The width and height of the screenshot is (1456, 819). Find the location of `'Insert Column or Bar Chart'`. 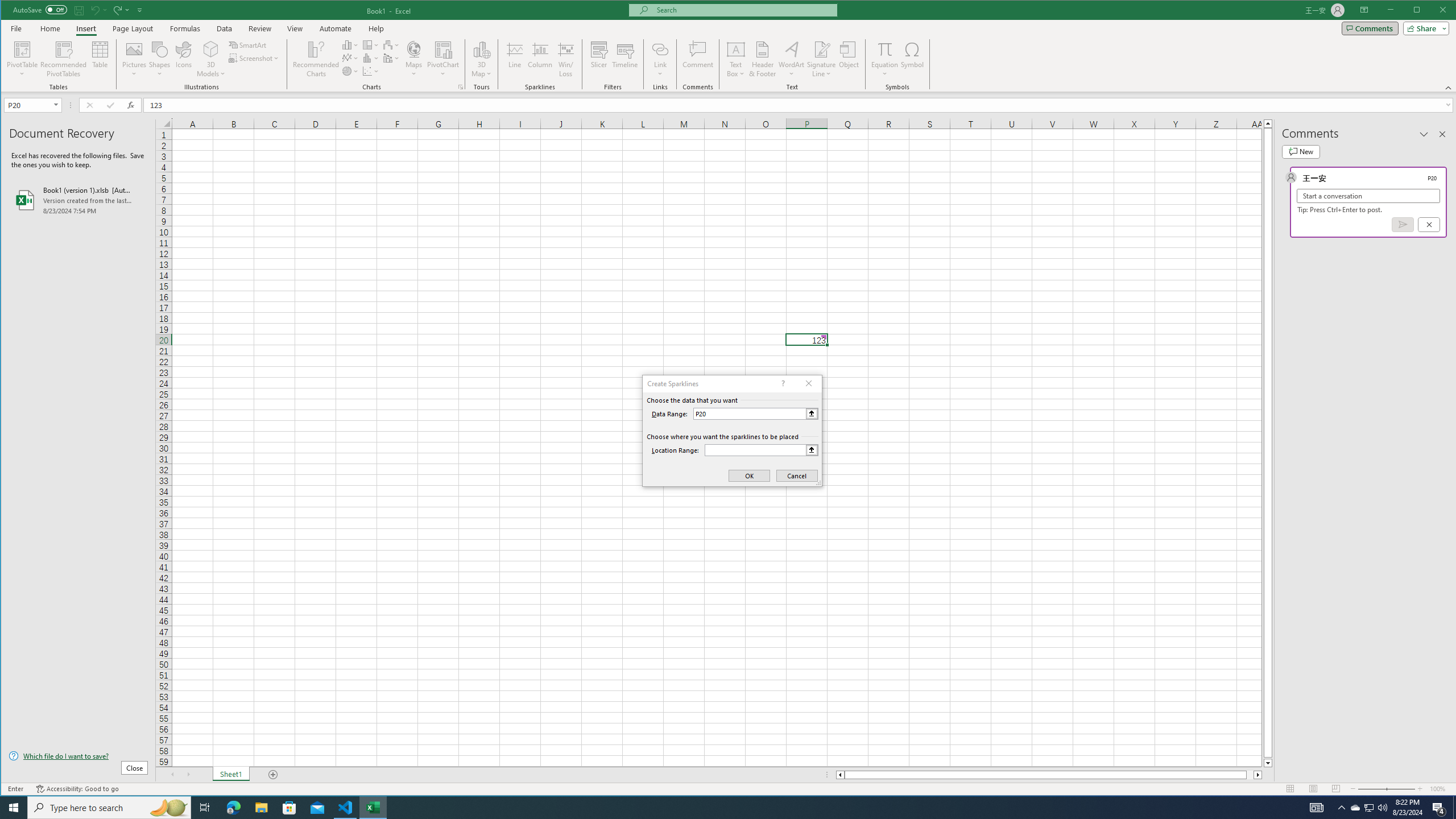

'Insert Column or Bar Chart' is located at coordinates (350, 44).